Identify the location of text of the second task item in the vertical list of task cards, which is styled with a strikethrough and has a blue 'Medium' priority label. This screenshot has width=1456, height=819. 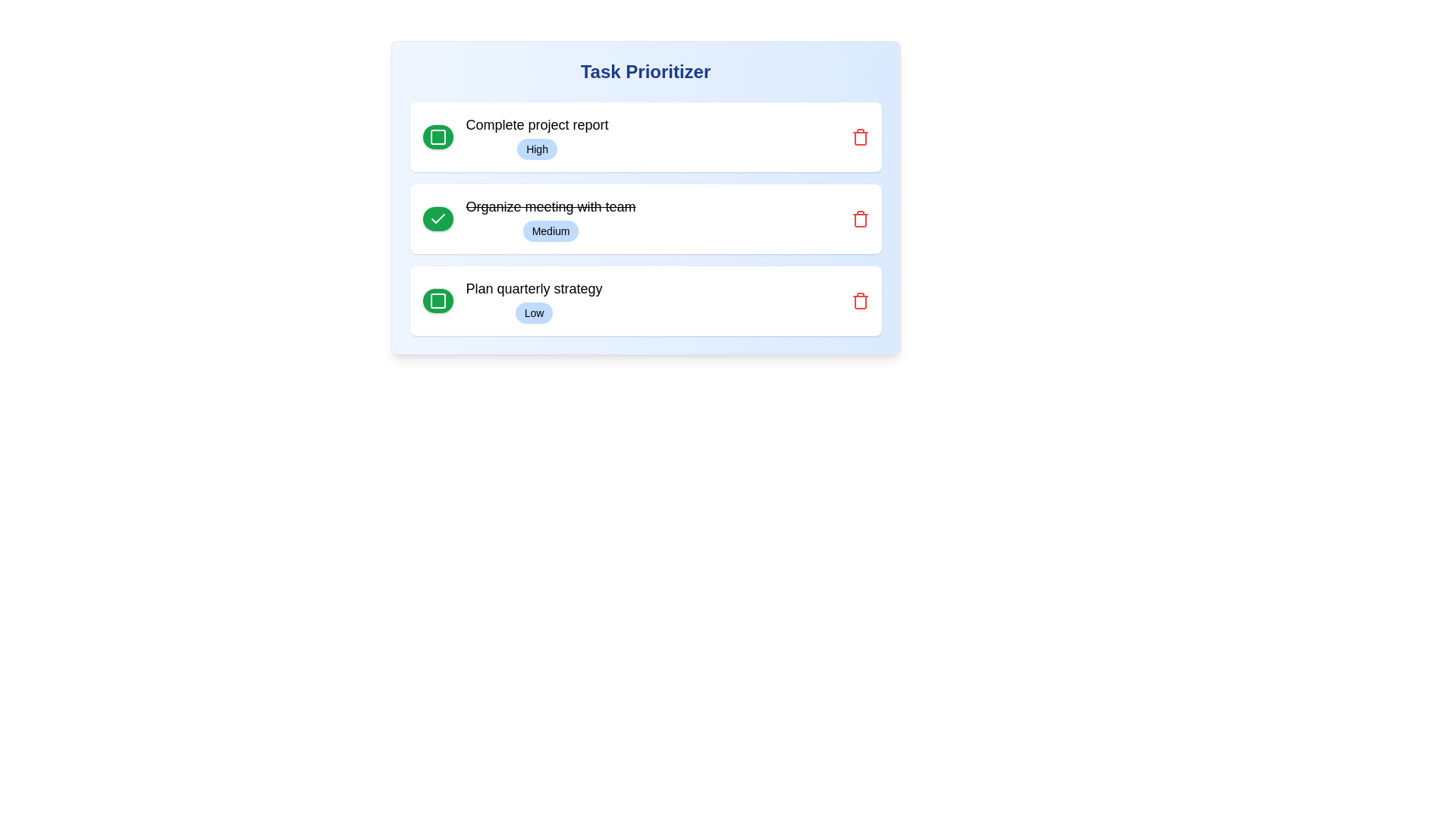
(529, 219).